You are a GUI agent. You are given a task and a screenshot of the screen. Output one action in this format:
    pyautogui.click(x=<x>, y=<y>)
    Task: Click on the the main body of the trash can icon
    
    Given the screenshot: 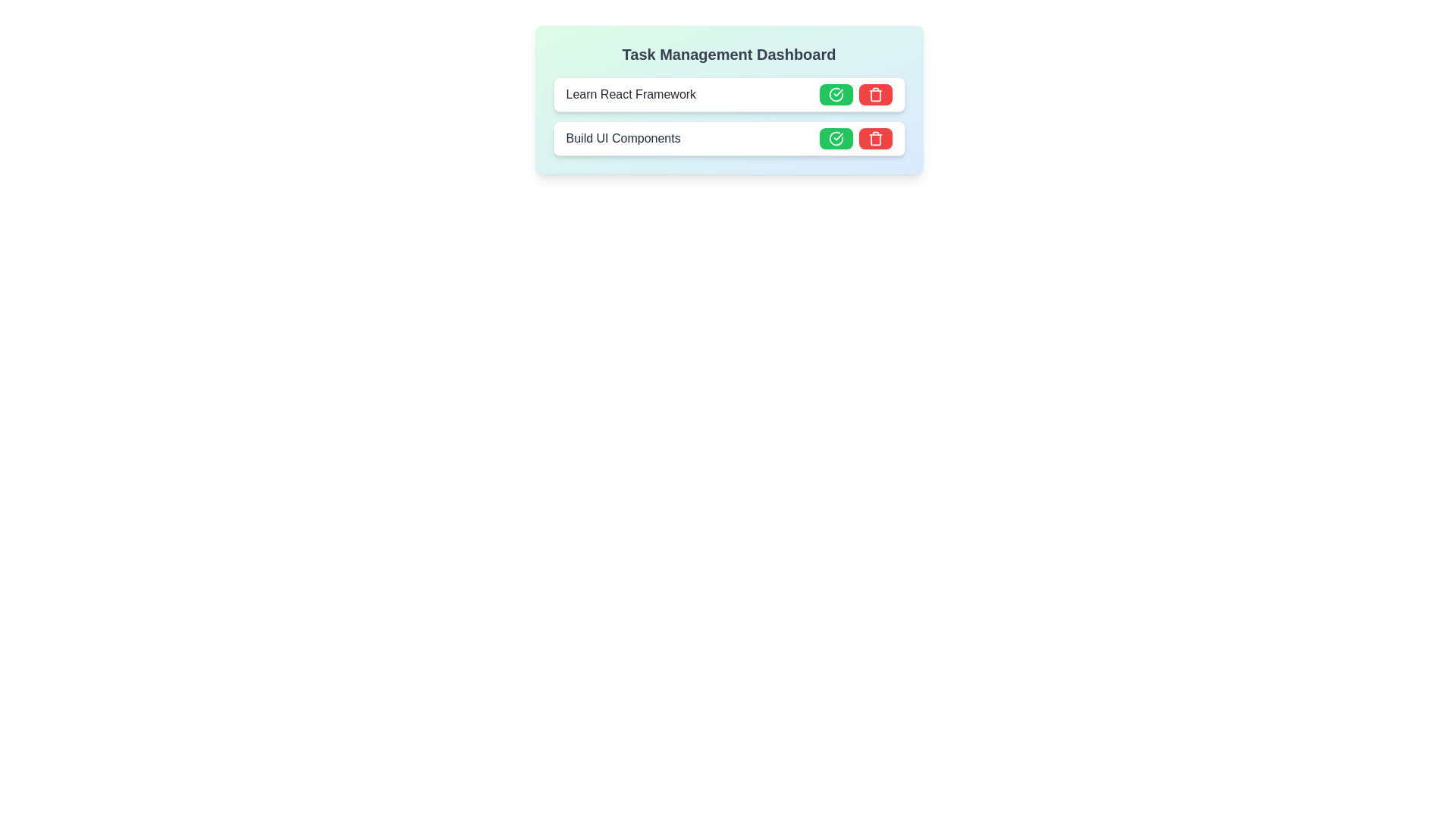 What is the action you would take?
    pyautogui.click(x=875, y=140)
    